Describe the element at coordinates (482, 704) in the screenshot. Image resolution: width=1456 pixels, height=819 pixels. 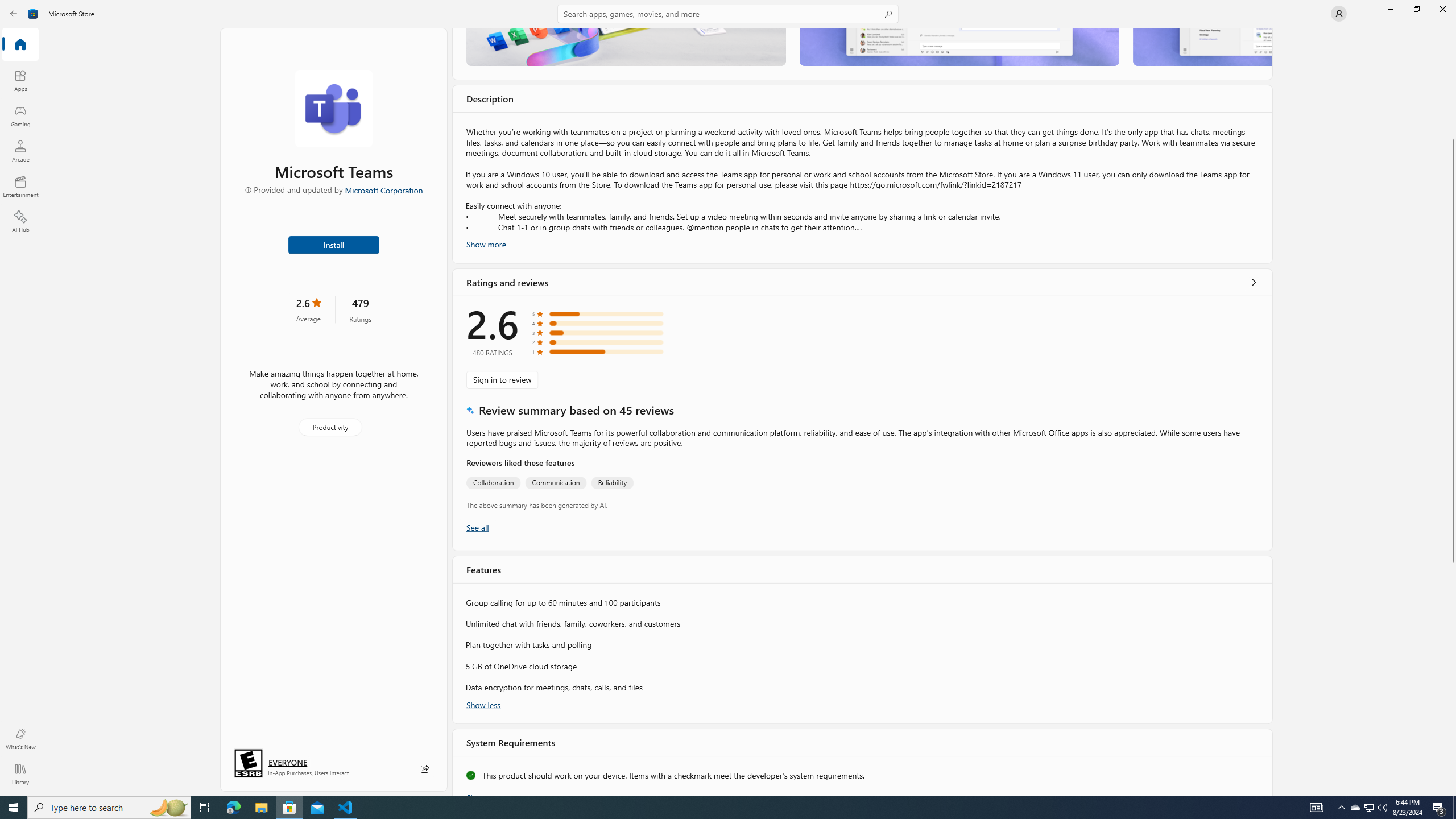
I see `'Show less'` at that location.